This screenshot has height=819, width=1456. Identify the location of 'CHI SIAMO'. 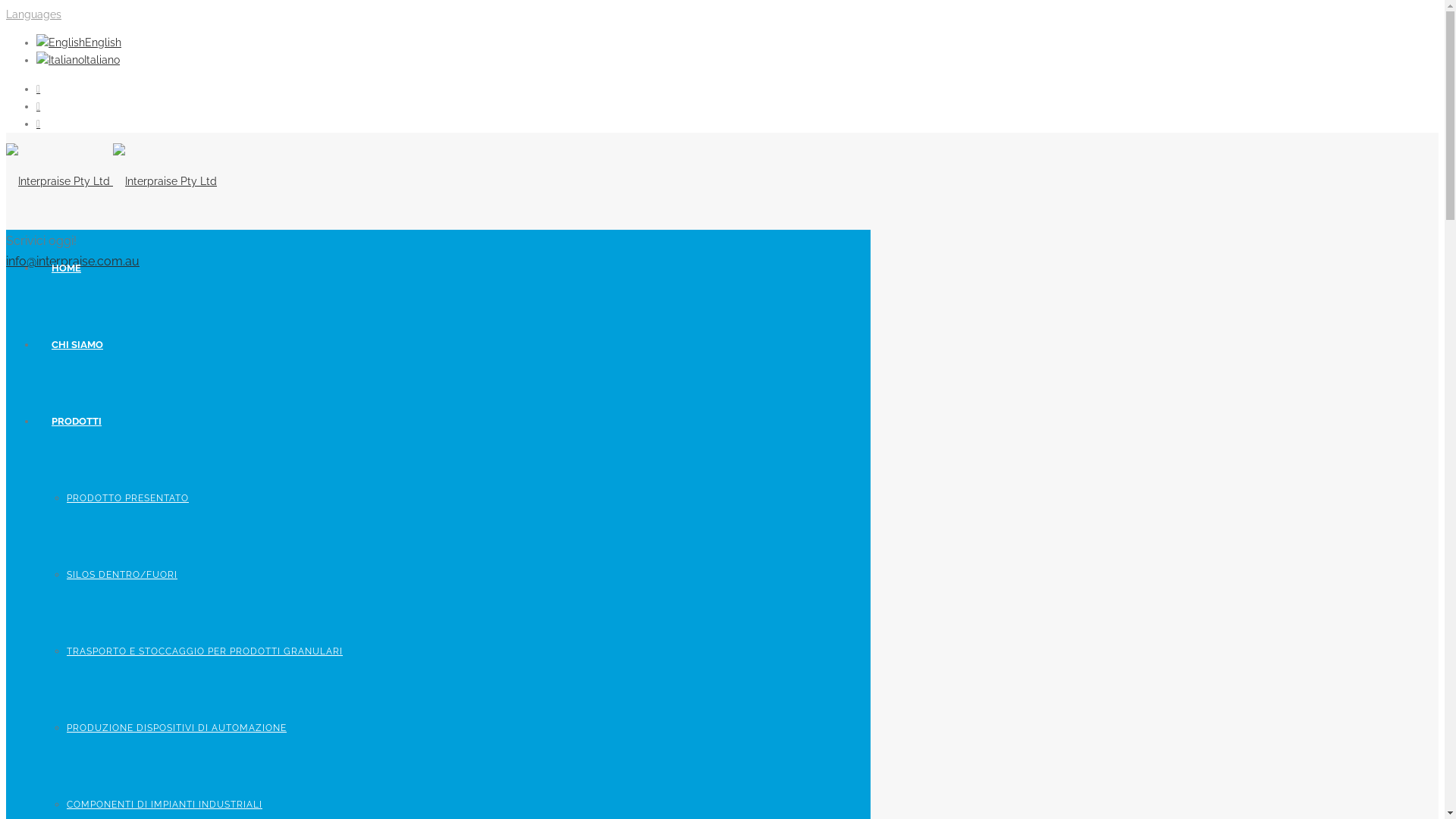
(76, 344).